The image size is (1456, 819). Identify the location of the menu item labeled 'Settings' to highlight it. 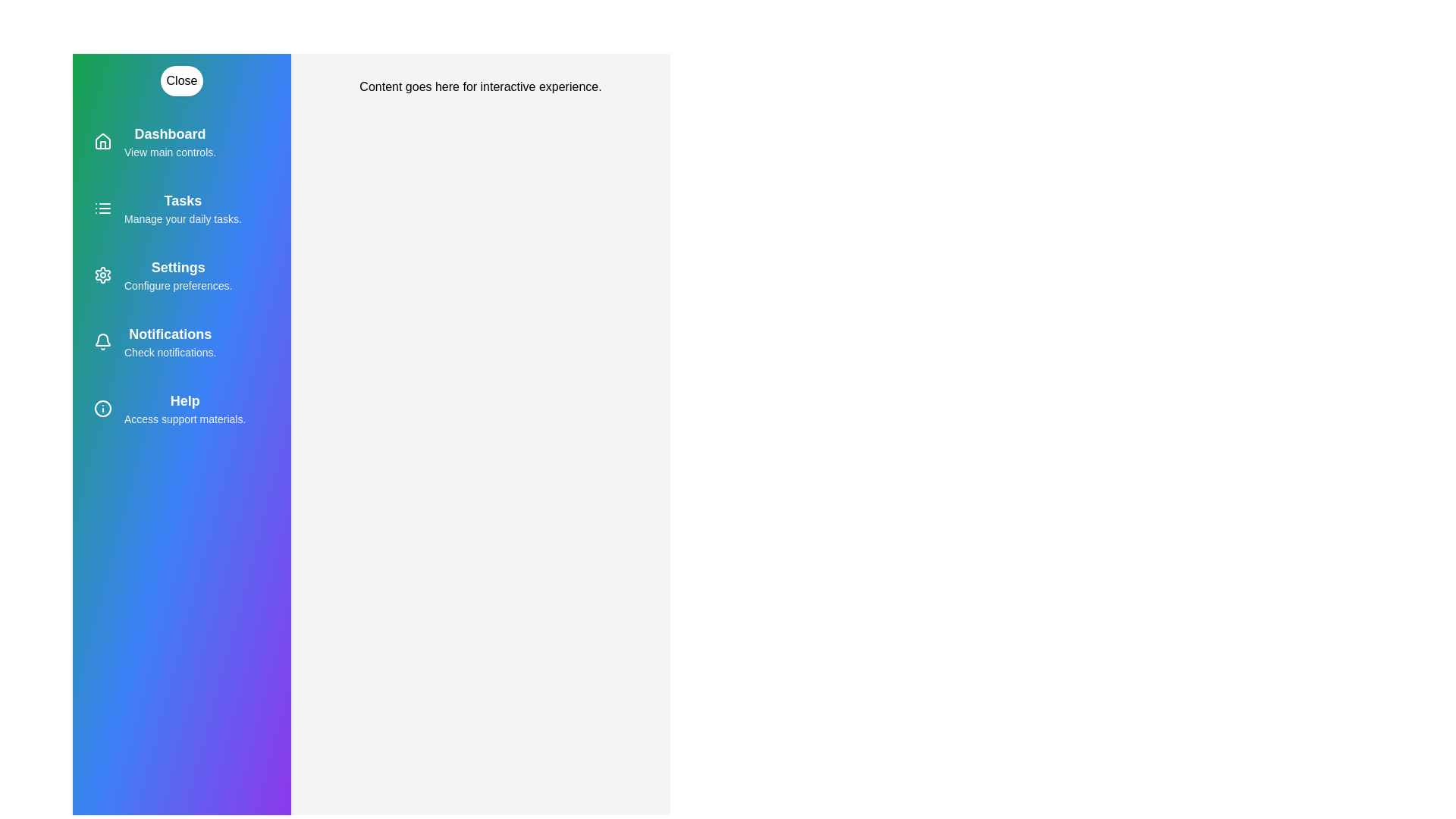
(182, 275).